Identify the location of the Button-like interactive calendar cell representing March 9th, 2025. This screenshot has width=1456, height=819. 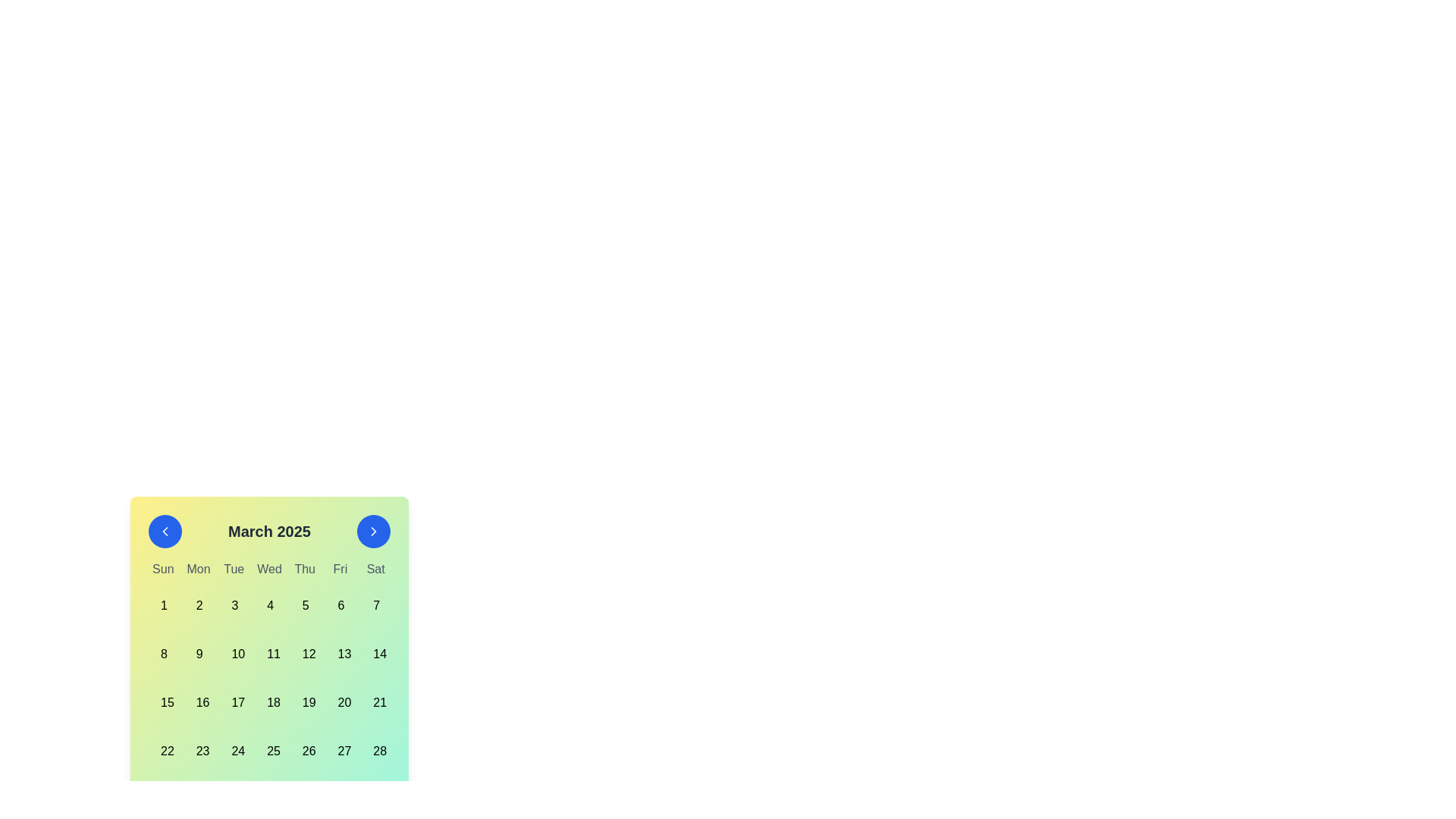
(198, 654).